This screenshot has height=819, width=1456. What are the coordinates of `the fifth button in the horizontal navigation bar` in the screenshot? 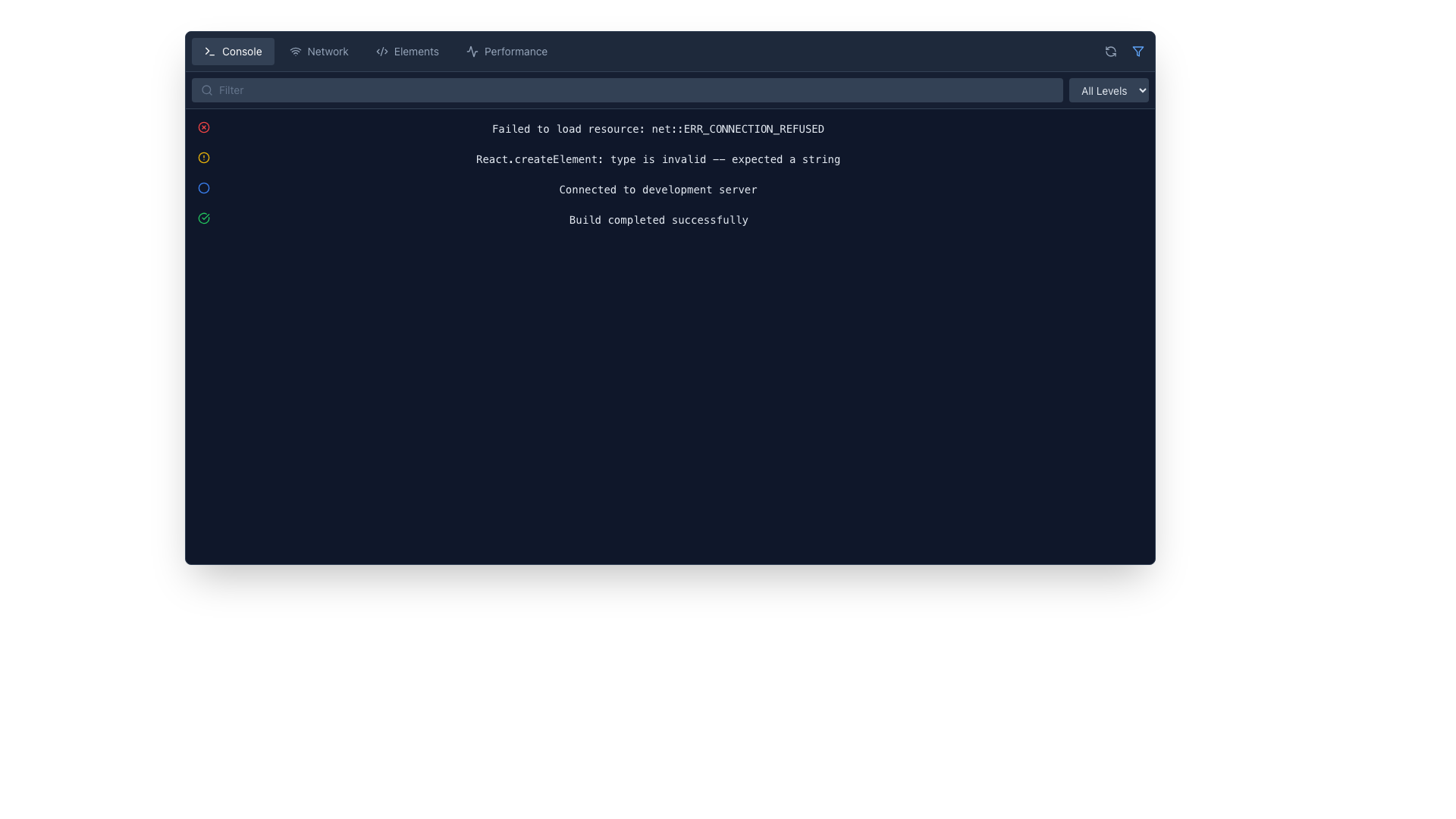 It's located at (507, 51).